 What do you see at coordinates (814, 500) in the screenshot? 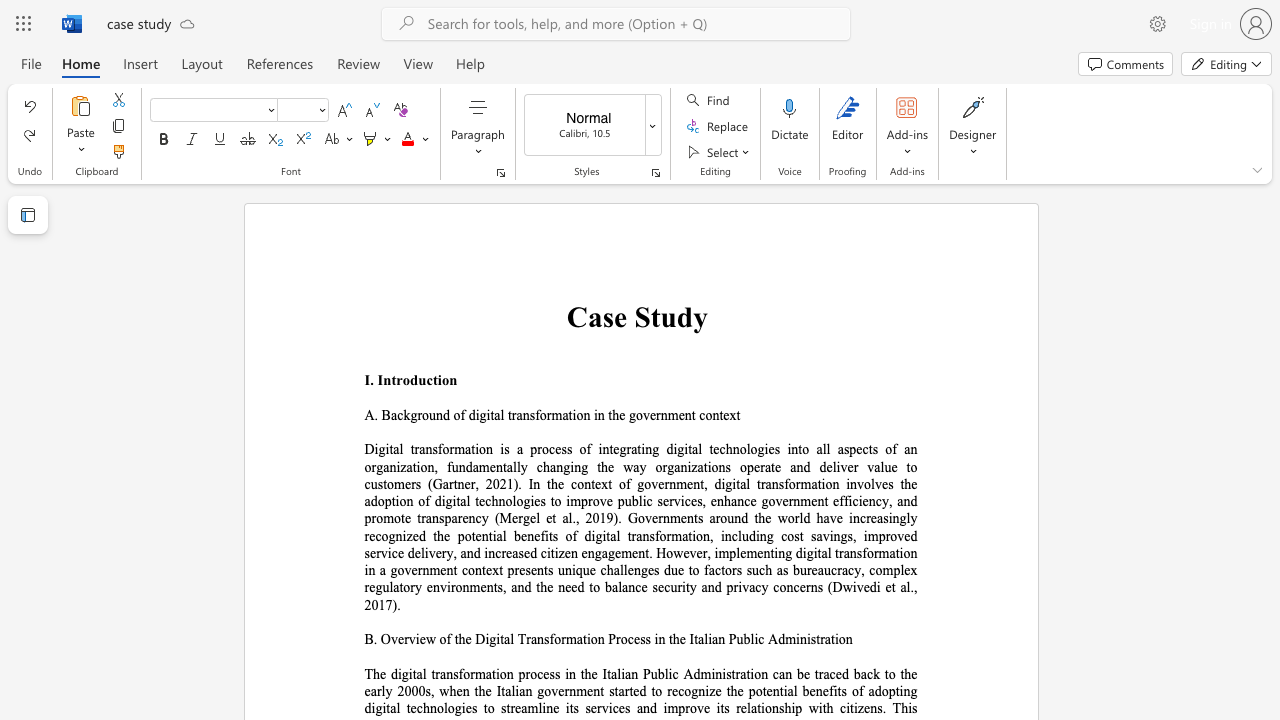
I see `the 29th character "e" in the text` at bounding box center [814, 500].